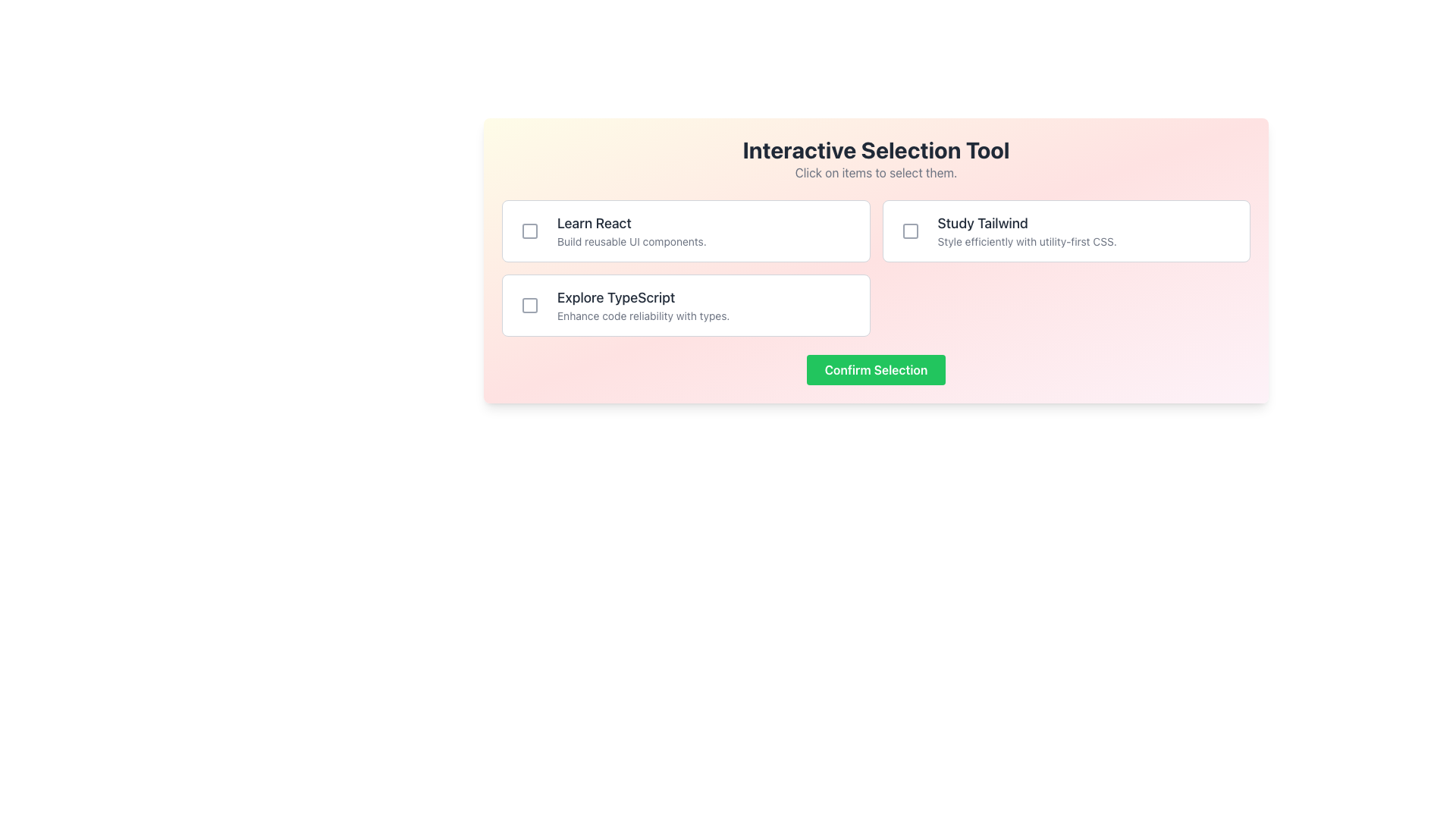 The image size is (1456, 819). I want to click on the bold, large-sized text 'Interactive Selection Tool' which is dark gray and centered at the top of the interactive panel, so click(876, 149).